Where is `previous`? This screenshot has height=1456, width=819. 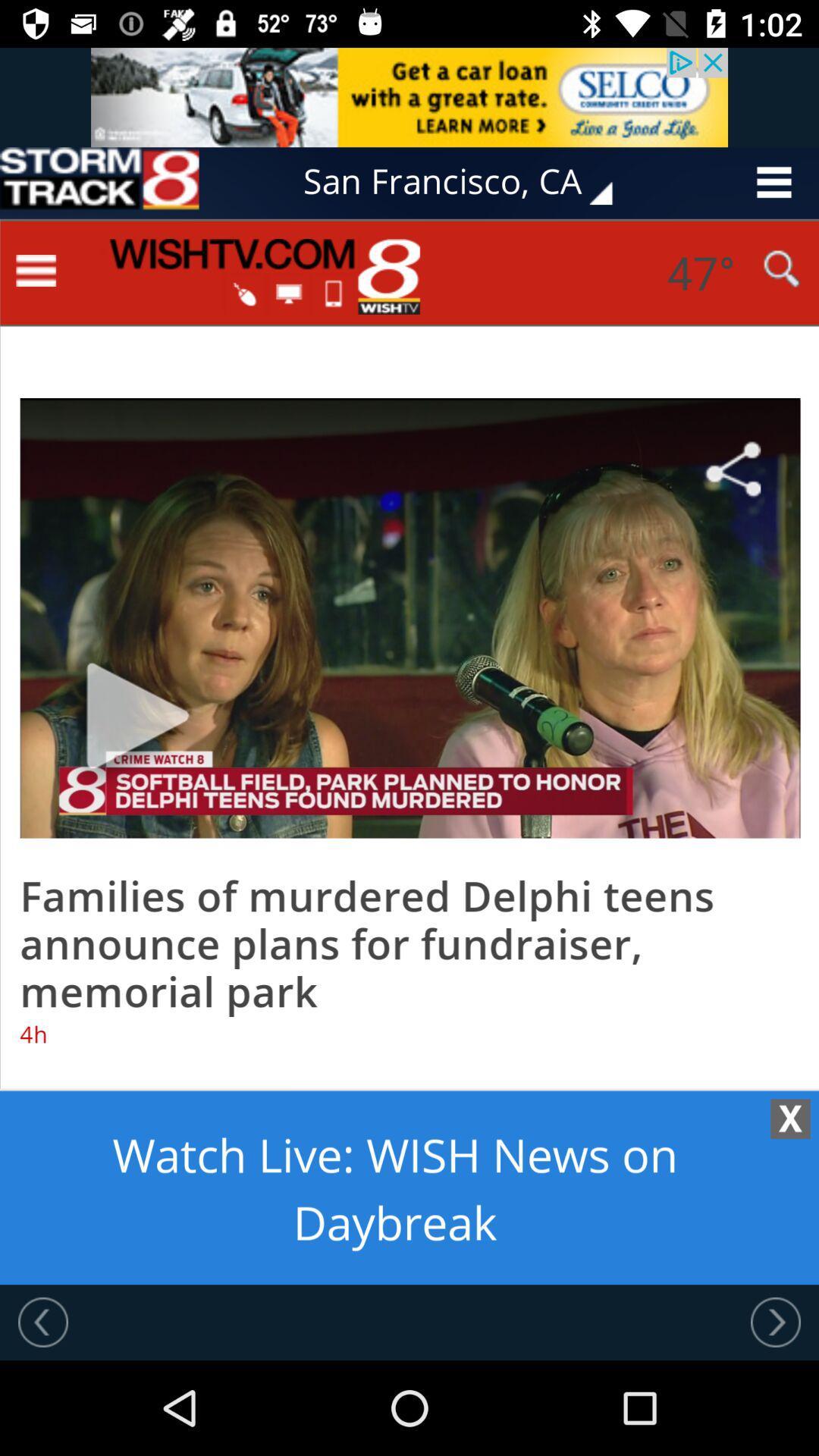 previous is located at coordinates (775, 1321).